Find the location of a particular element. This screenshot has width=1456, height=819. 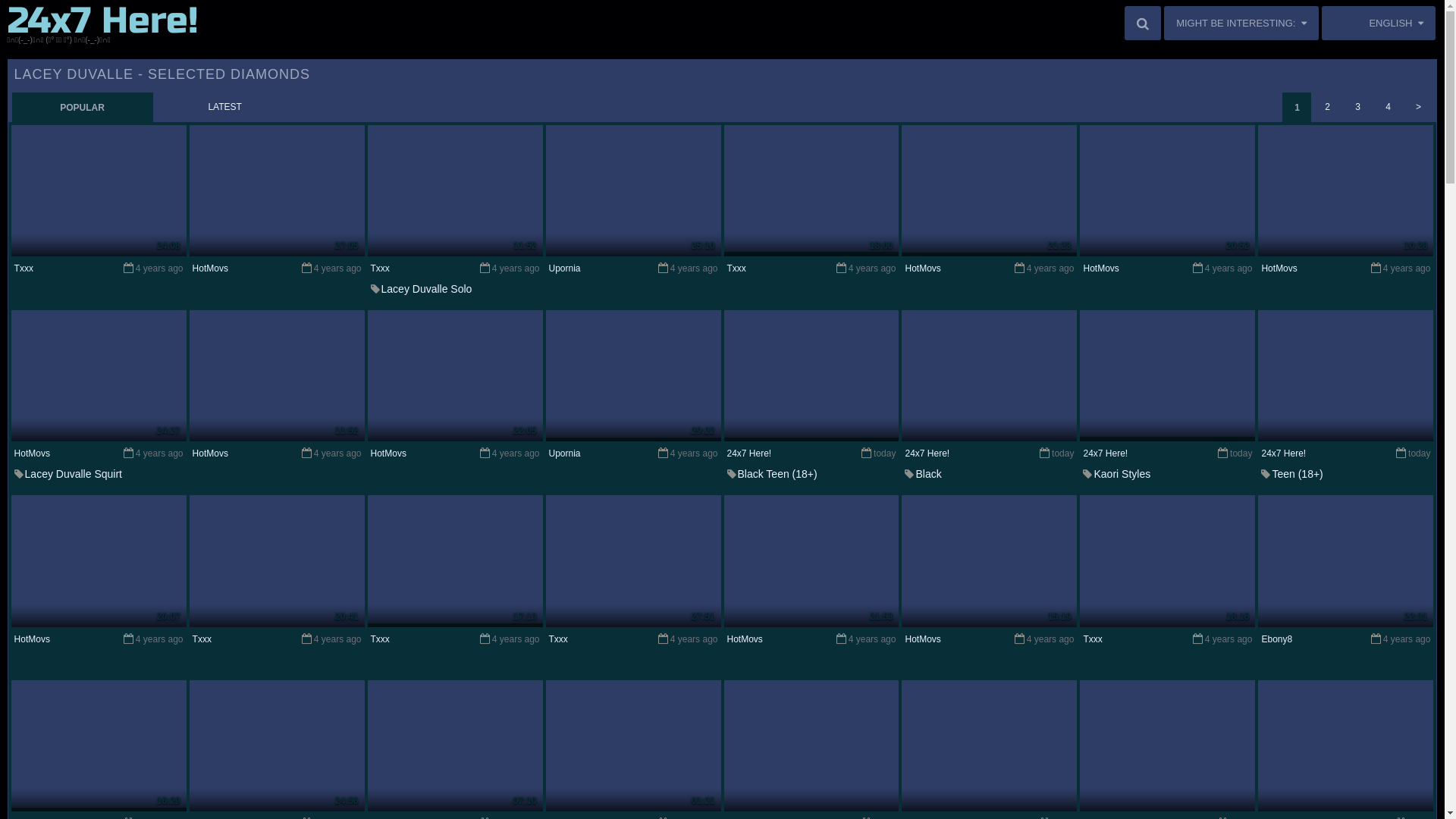

'Ebony8' is located at coordinates (1260, 639).